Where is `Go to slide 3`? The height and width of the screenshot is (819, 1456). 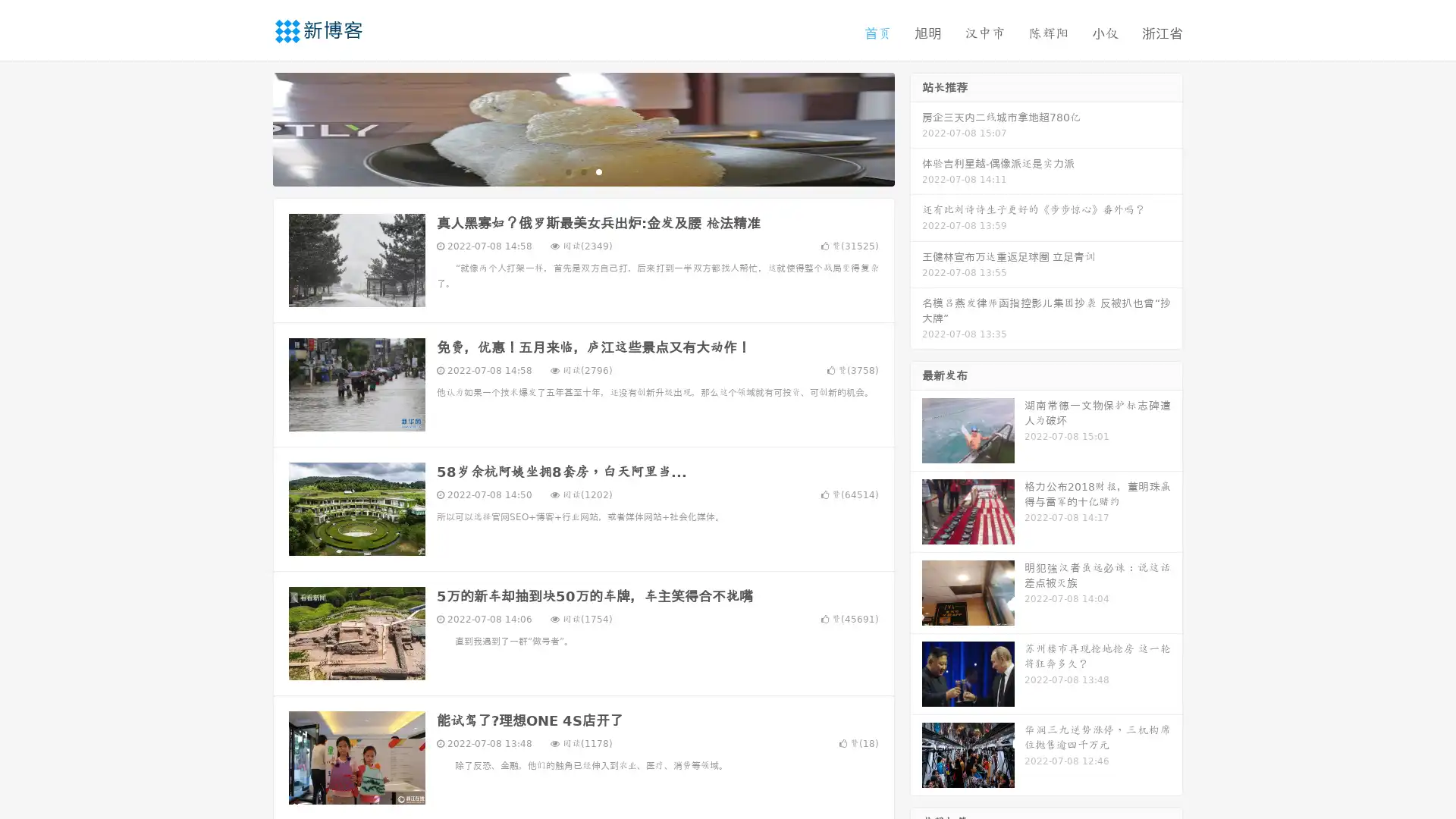
Go to slide 3 is located at coordinates (598, 171).